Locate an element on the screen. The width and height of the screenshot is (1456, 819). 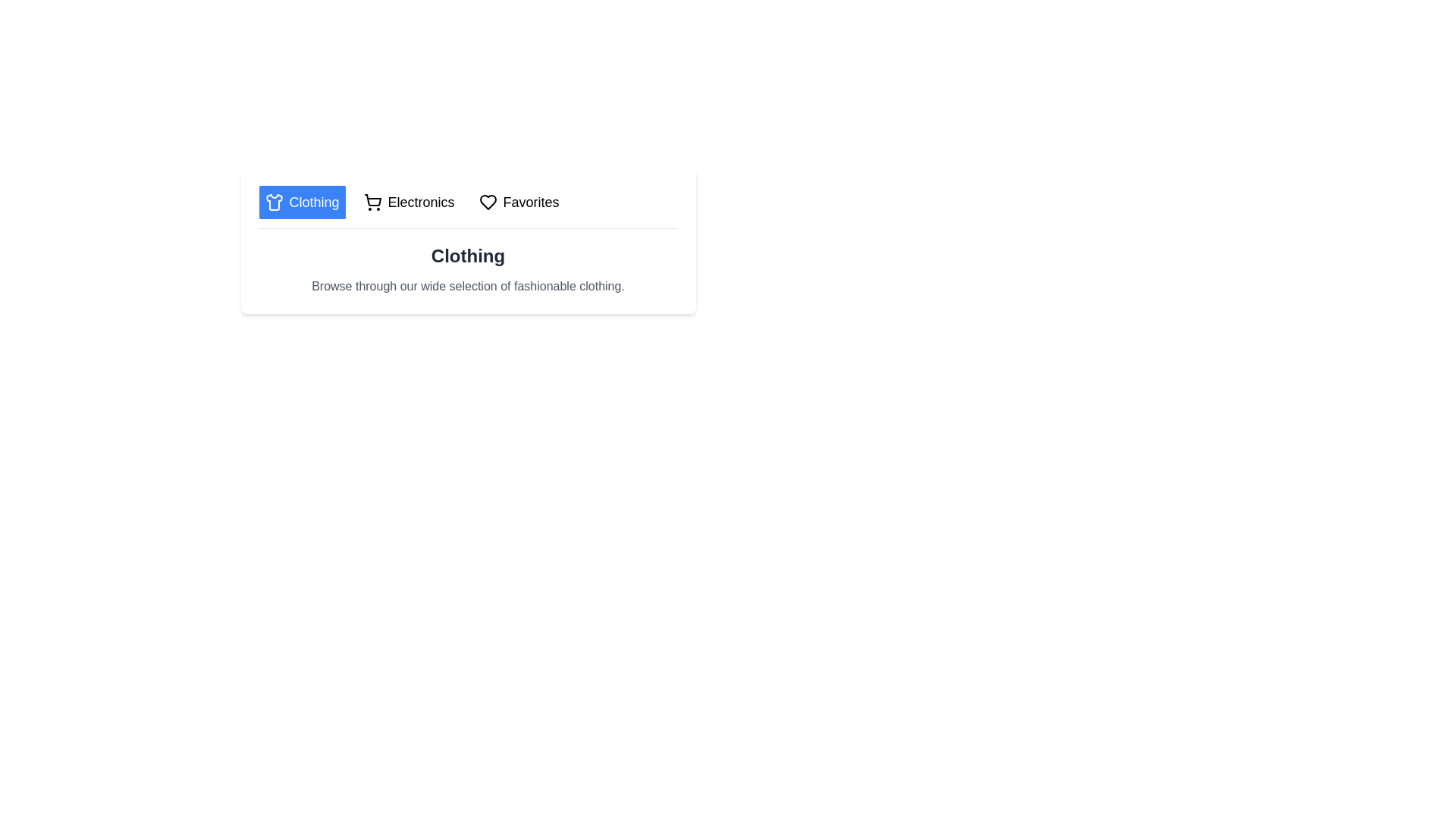
the tab labeled Electronics to select it is located at coordinates (408, 201).